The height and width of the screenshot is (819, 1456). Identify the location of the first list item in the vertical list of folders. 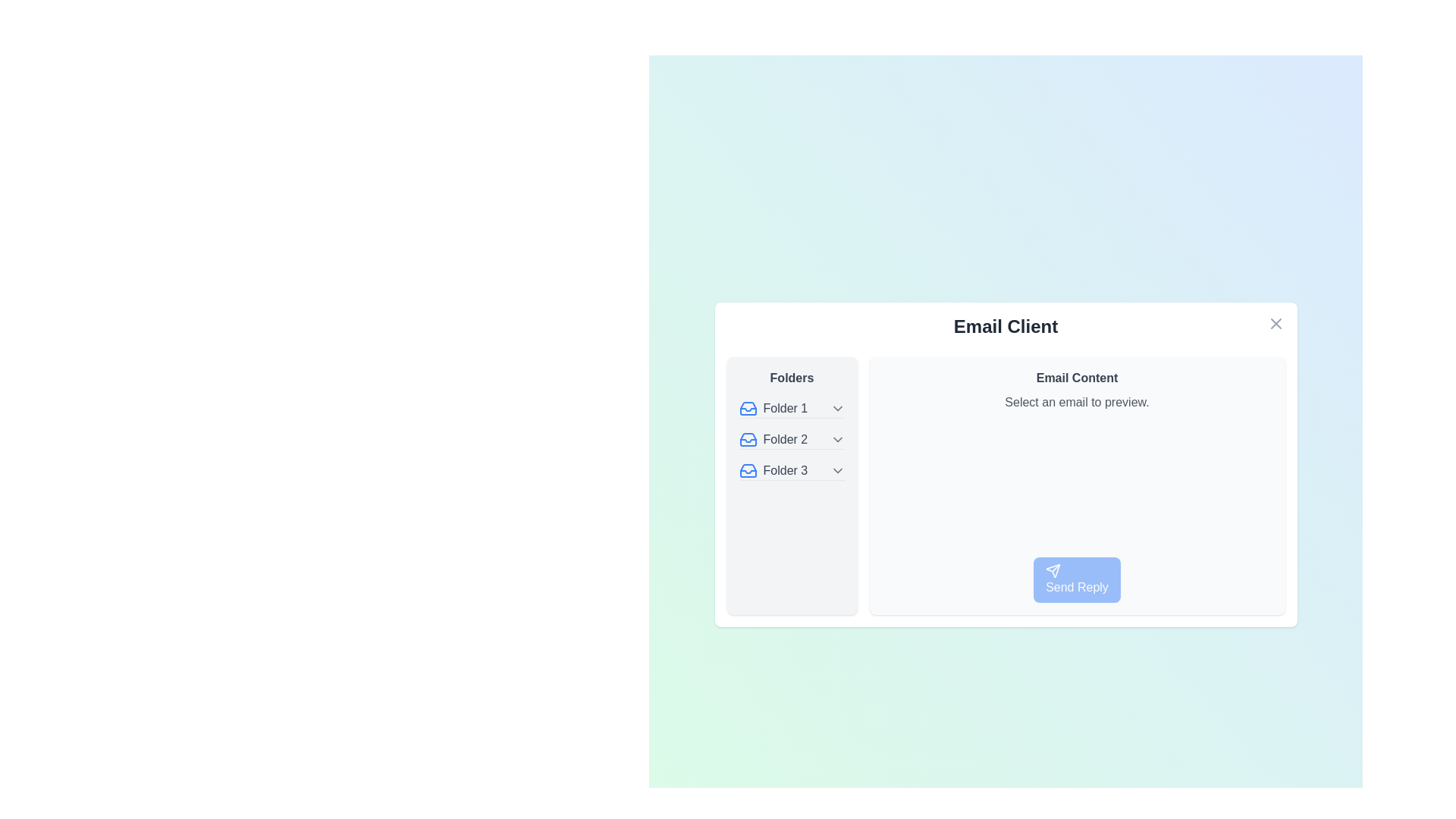
(773, 408).